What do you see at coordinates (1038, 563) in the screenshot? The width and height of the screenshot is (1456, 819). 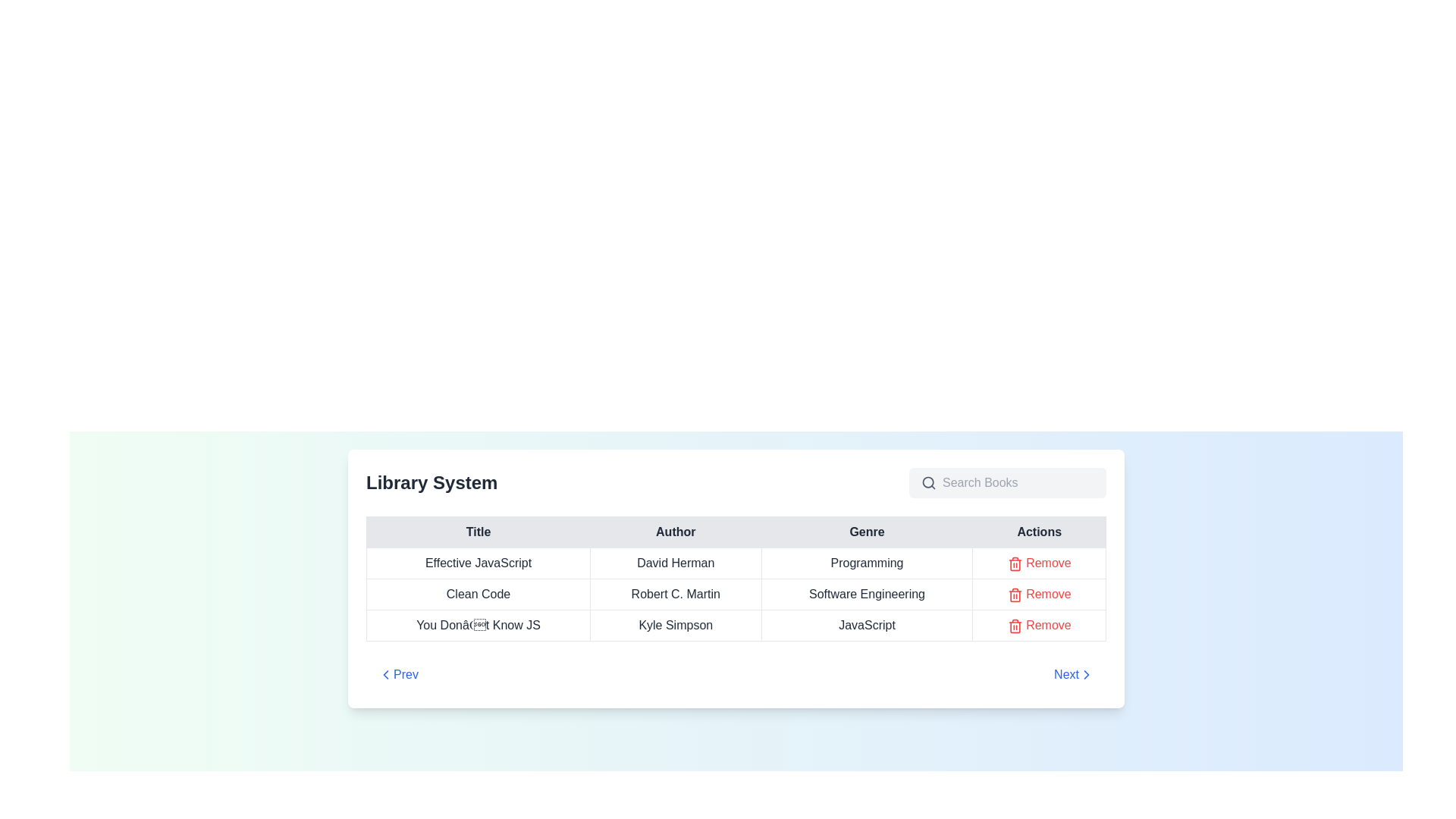 I see `the 'Remove' button` at bounding box center [1038, 563].